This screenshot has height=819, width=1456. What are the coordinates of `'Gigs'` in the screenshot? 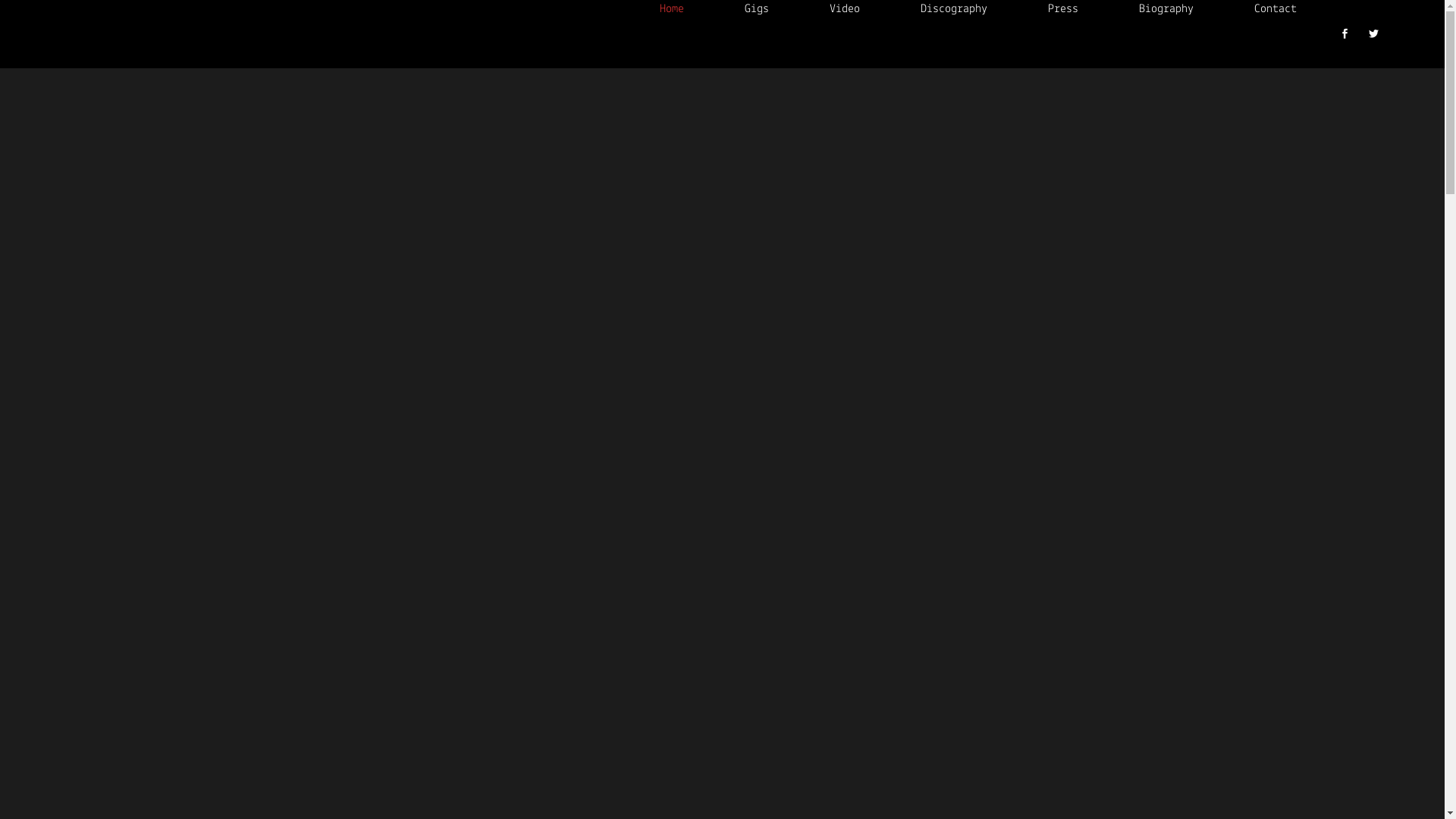 It's located at (757, 8).